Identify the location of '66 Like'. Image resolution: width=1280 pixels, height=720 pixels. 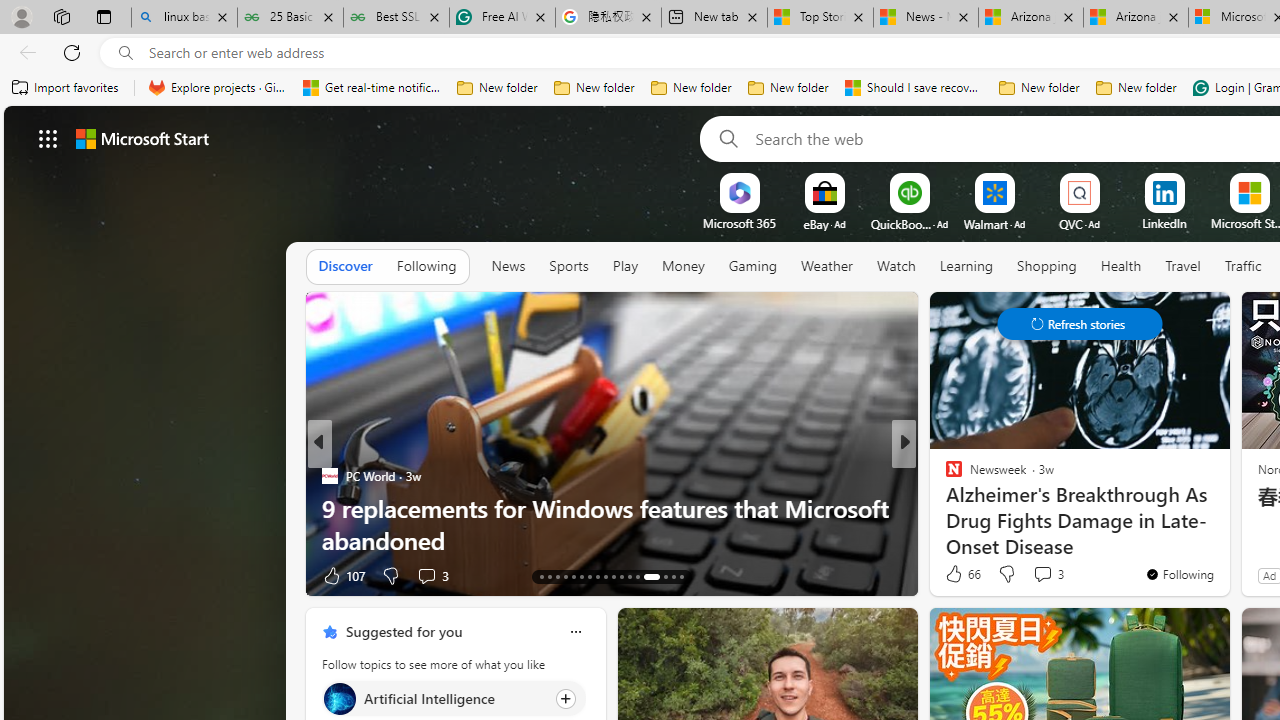
(961, 574).